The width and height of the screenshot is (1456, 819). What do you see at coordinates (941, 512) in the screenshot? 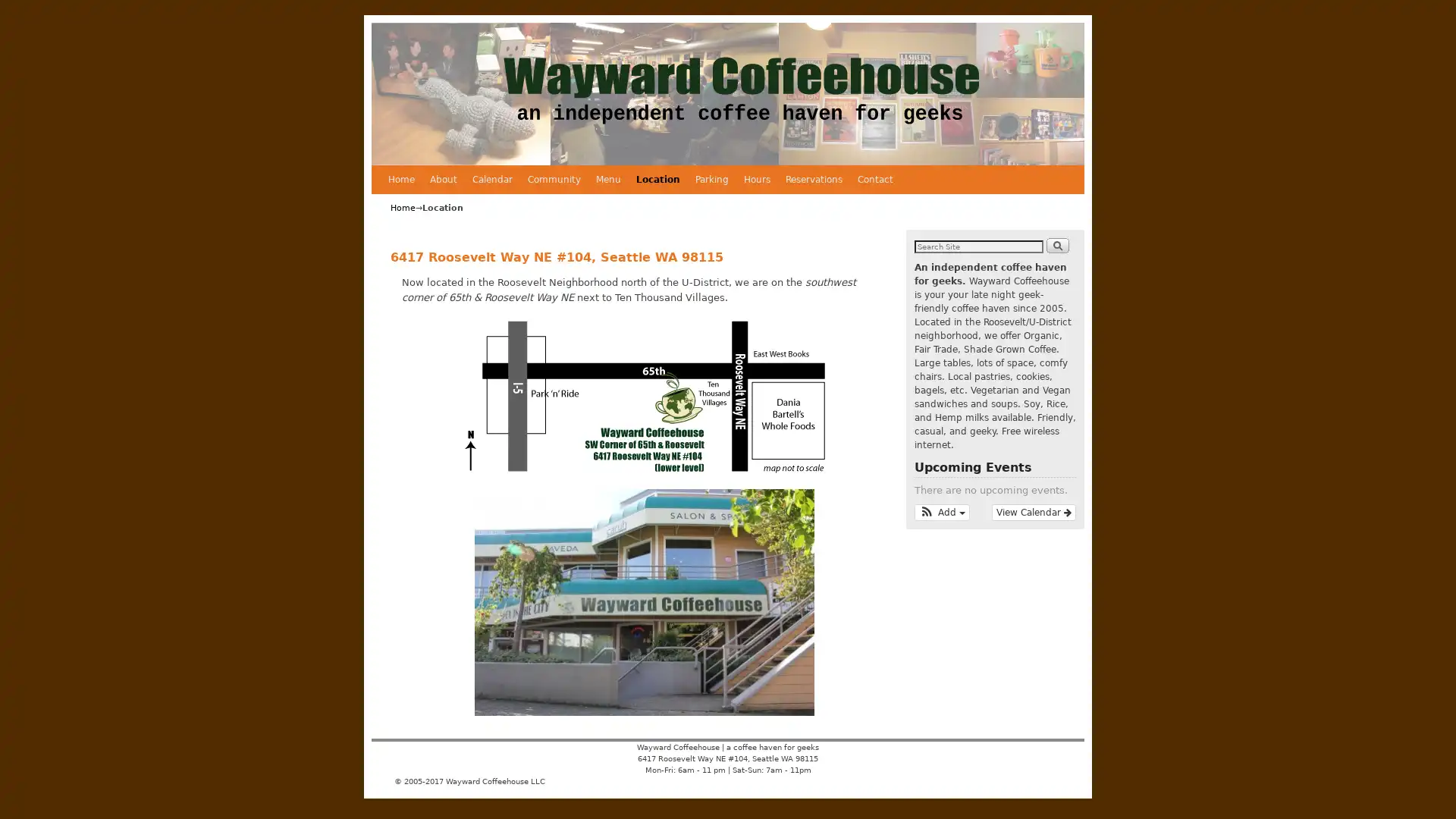
I see `Add` at bounding box center [941, 512].